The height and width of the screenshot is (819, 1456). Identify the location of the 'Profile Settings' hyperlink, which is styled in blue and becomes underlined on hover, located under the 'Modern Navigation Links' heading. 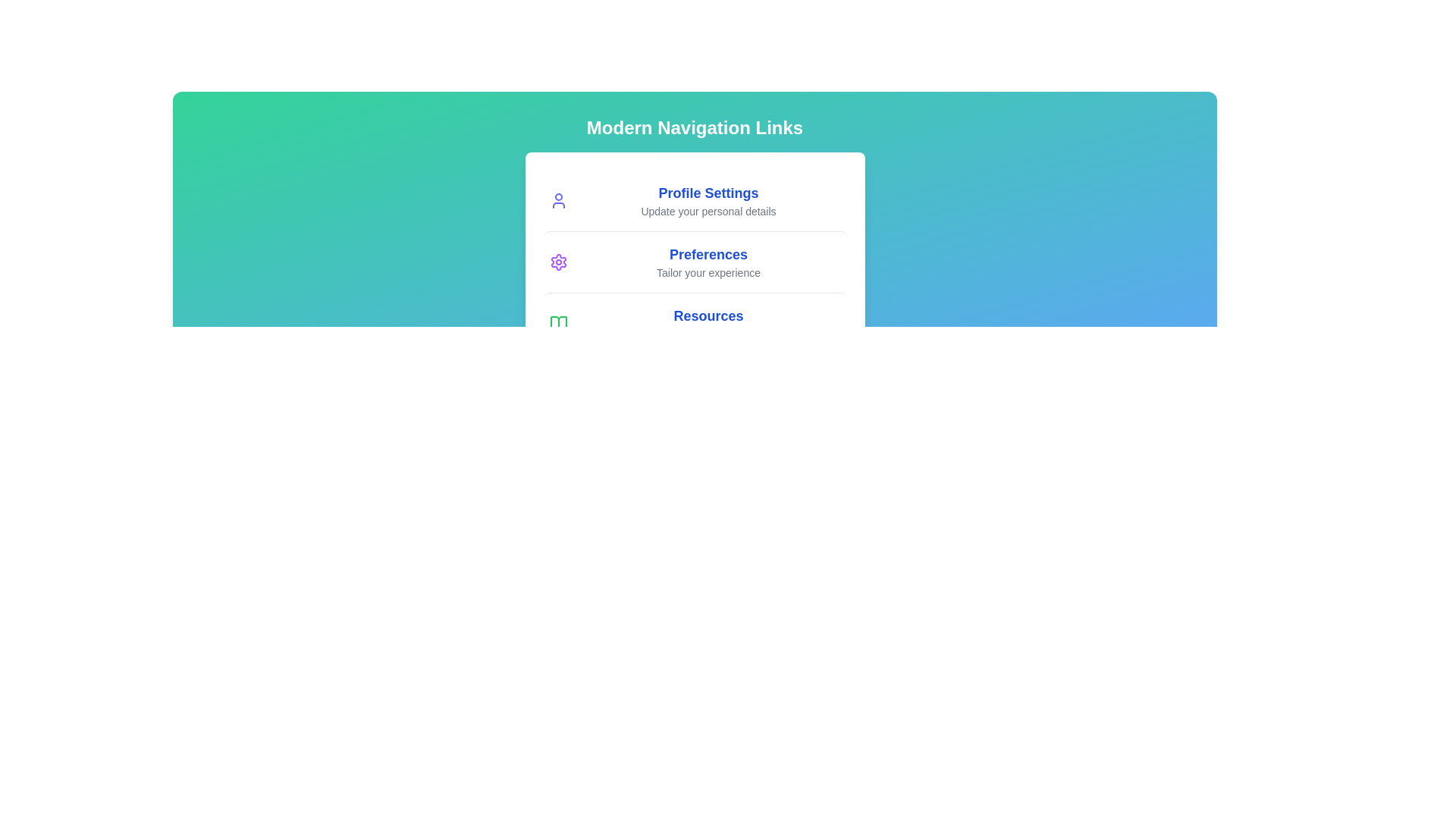
(708, 192).